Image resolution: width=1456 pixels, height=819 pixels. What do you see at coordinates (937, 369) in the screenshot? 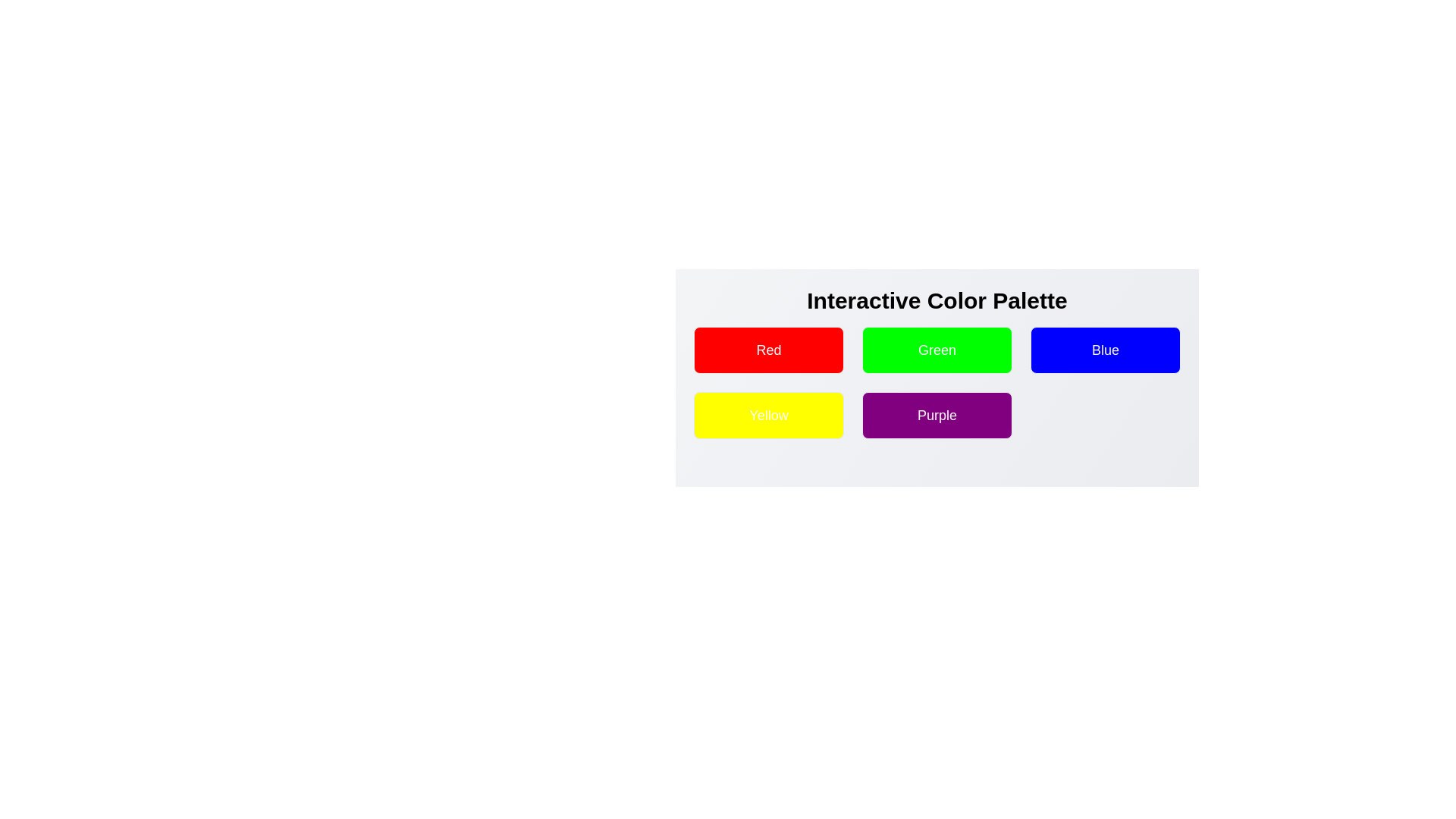
I see `the center of the green colored block in the Interactive Color Palette` at bounding box center [937, 369].